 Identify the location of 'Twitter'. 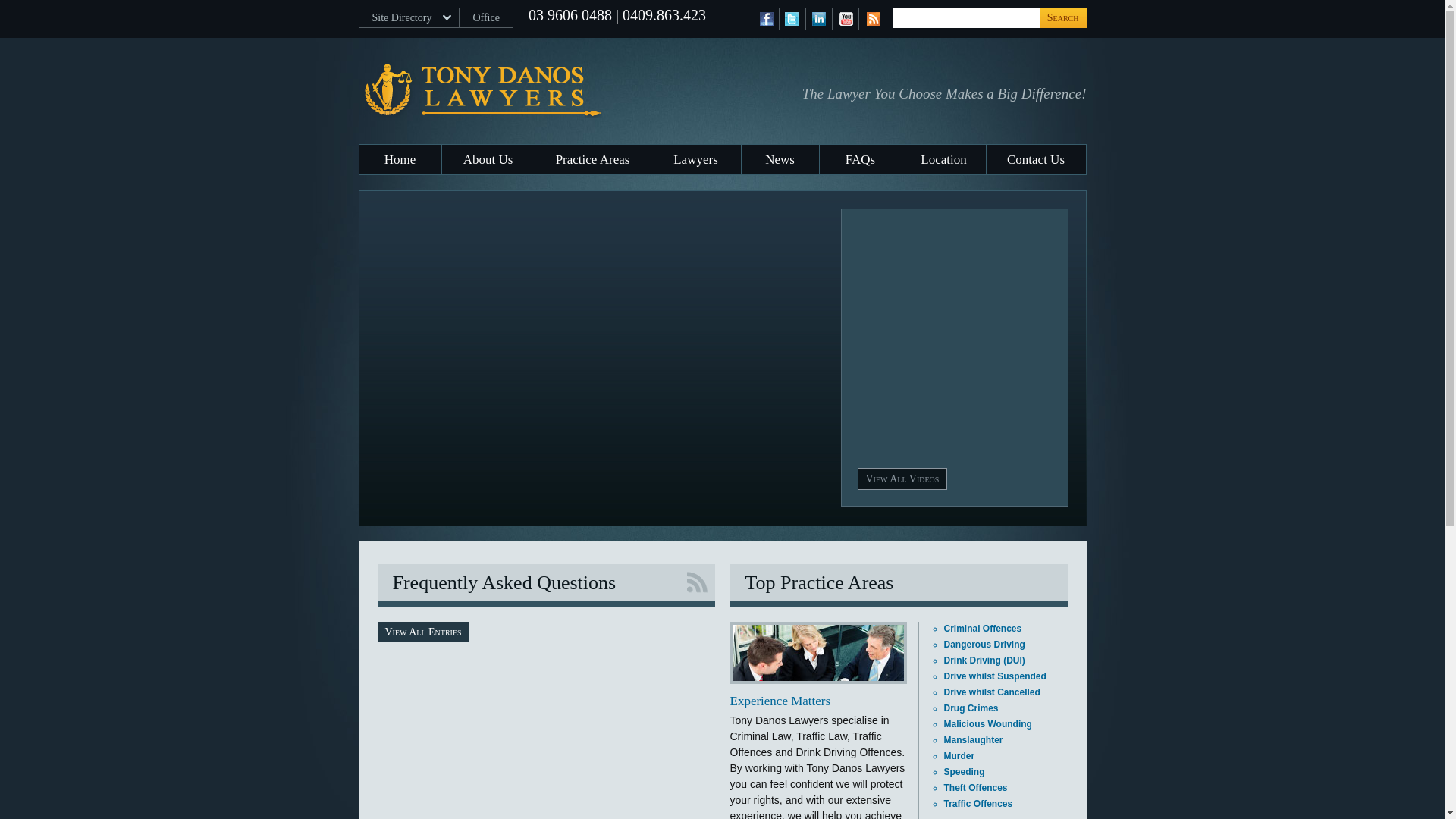
(792, 18).